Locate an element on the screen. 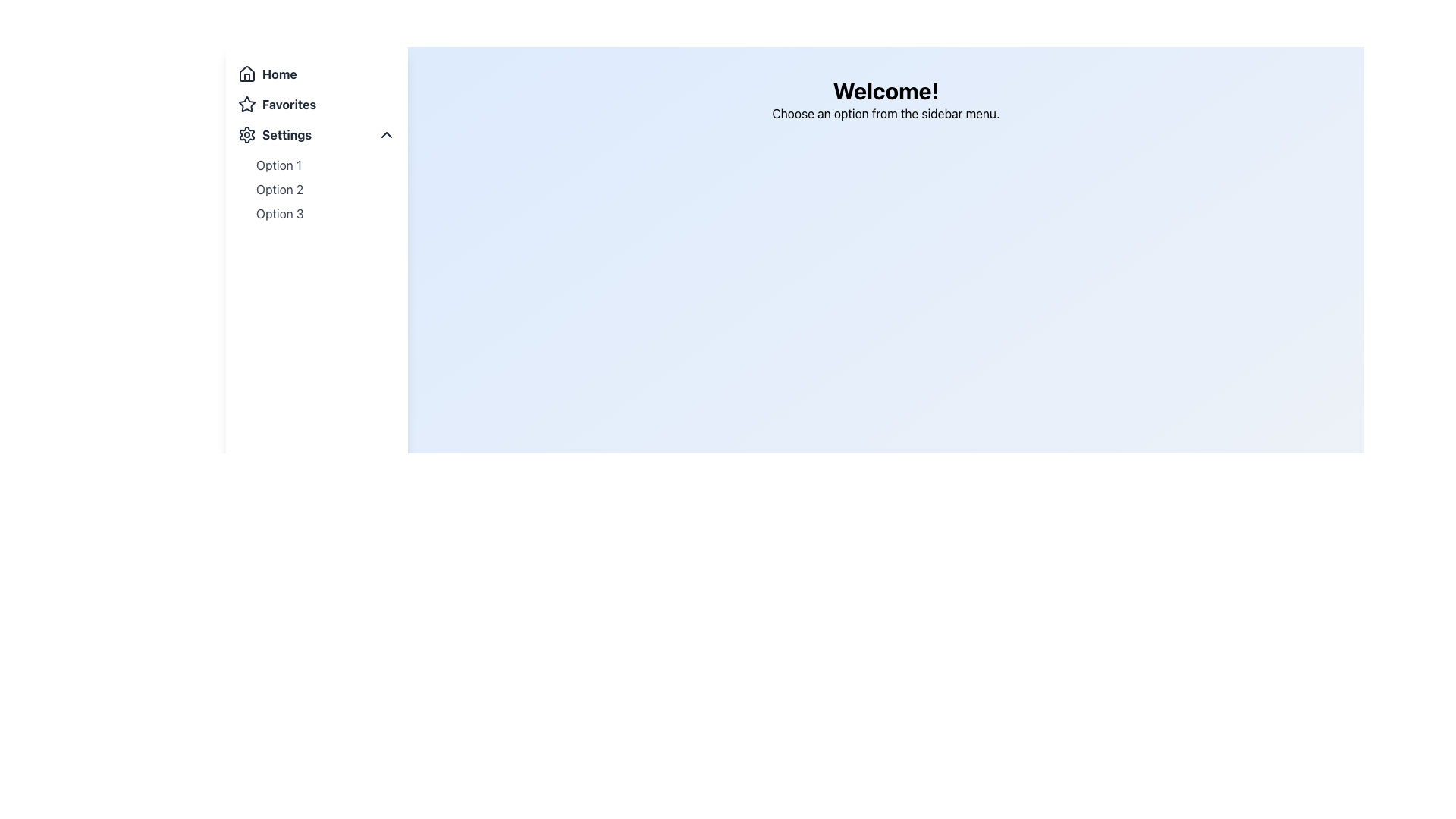 The width and height of the screenshot is (1456, 819). the first selectable menu option labeled 'Option 1' in the Settings menu located in the left sidebar is located at coordinates (279, 165).